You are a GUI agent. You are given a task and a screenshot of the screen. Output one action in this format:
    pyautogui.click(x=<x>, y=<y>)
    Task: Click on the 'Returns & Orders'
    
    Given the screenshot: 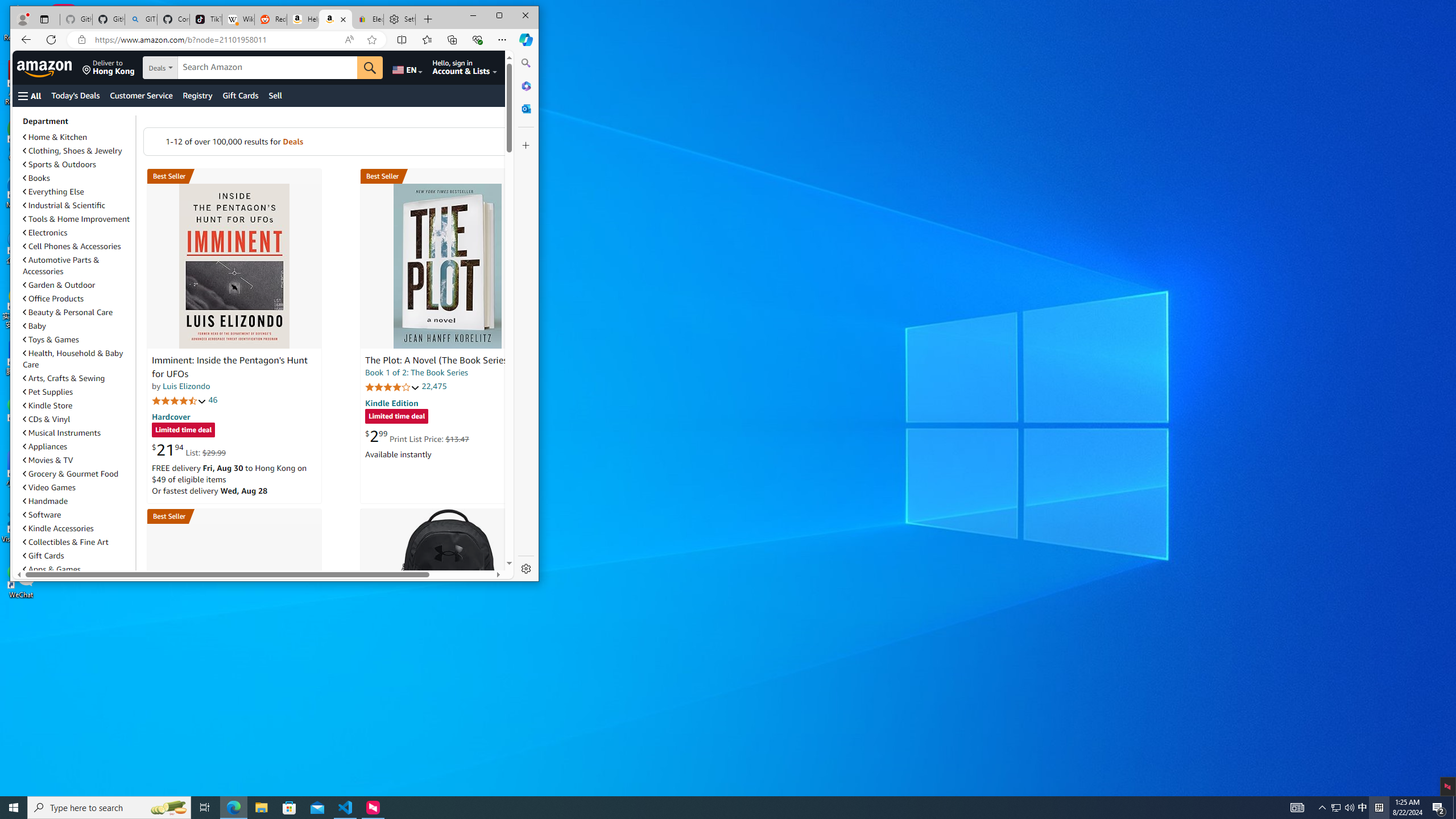 What is the action you would take?
    pyautogui.click(x=524, y=67)
    